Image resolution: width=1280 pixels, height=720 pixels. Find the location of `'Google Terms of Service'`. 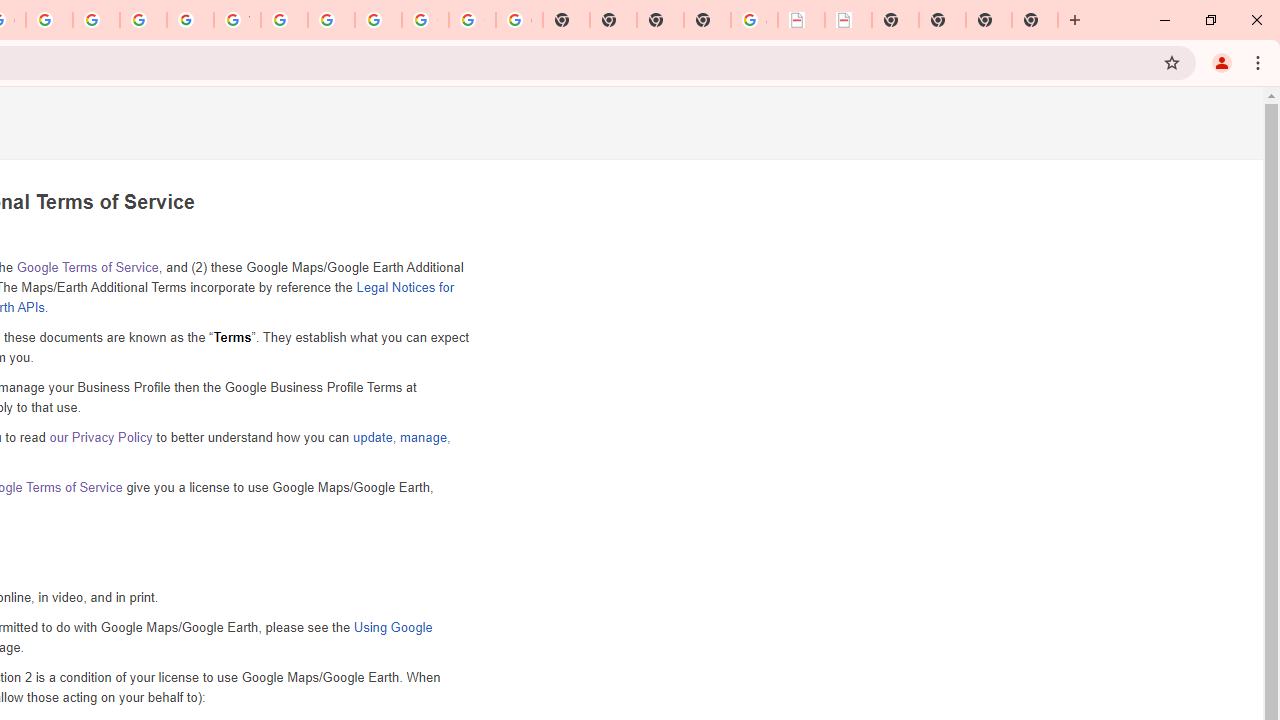

'Google Terms of Service' is located at coordinates (86, 266).